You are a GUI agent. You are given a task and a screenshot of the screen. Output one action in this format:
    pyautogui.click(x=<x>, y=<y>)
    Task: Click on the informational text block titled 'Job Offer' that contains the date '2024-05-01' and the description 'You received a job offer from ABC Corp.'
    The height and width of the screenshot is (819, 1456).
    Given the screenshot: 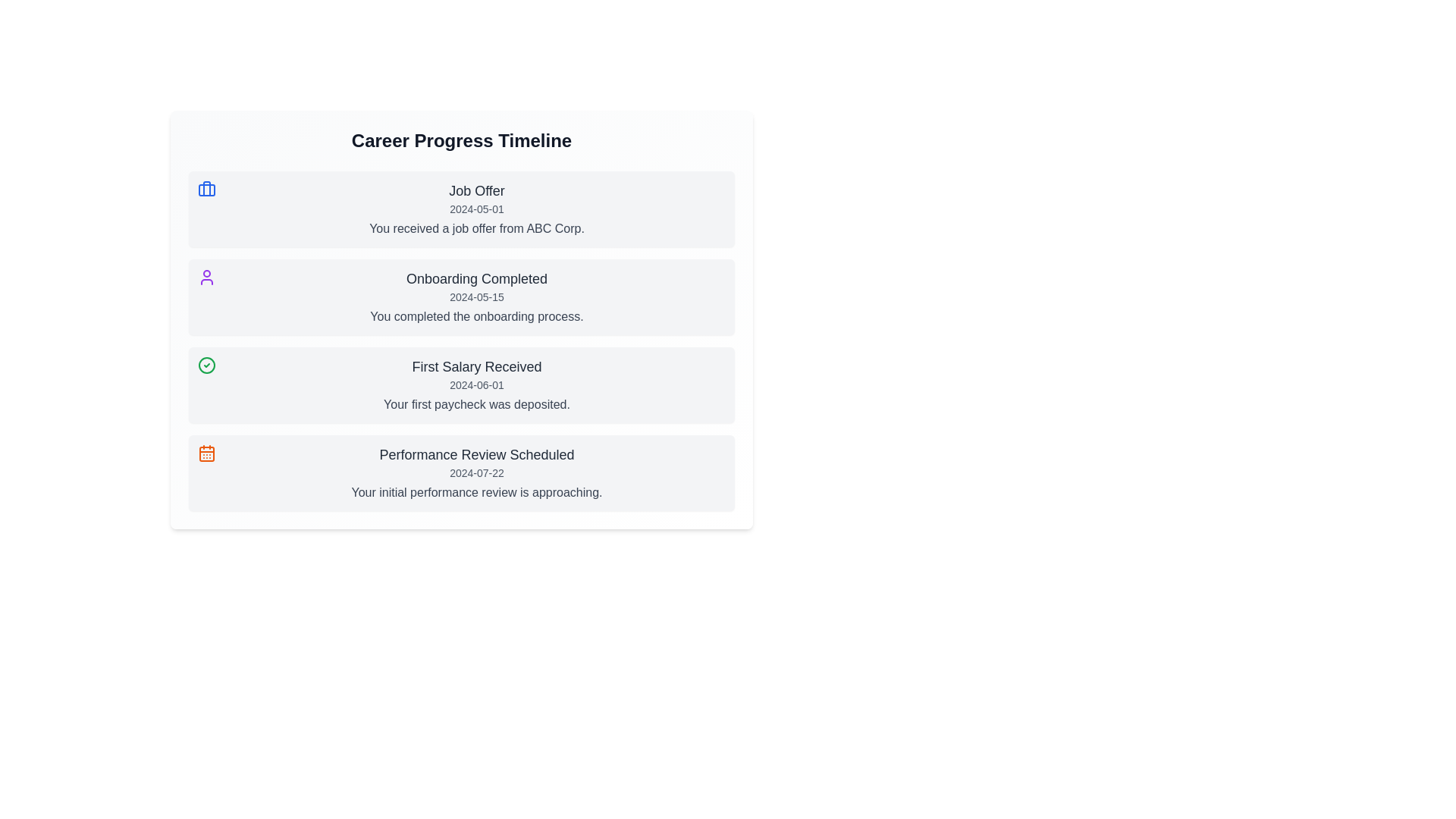 What is the action you would take?
    pyautogui.click(x=475, y=209)
    